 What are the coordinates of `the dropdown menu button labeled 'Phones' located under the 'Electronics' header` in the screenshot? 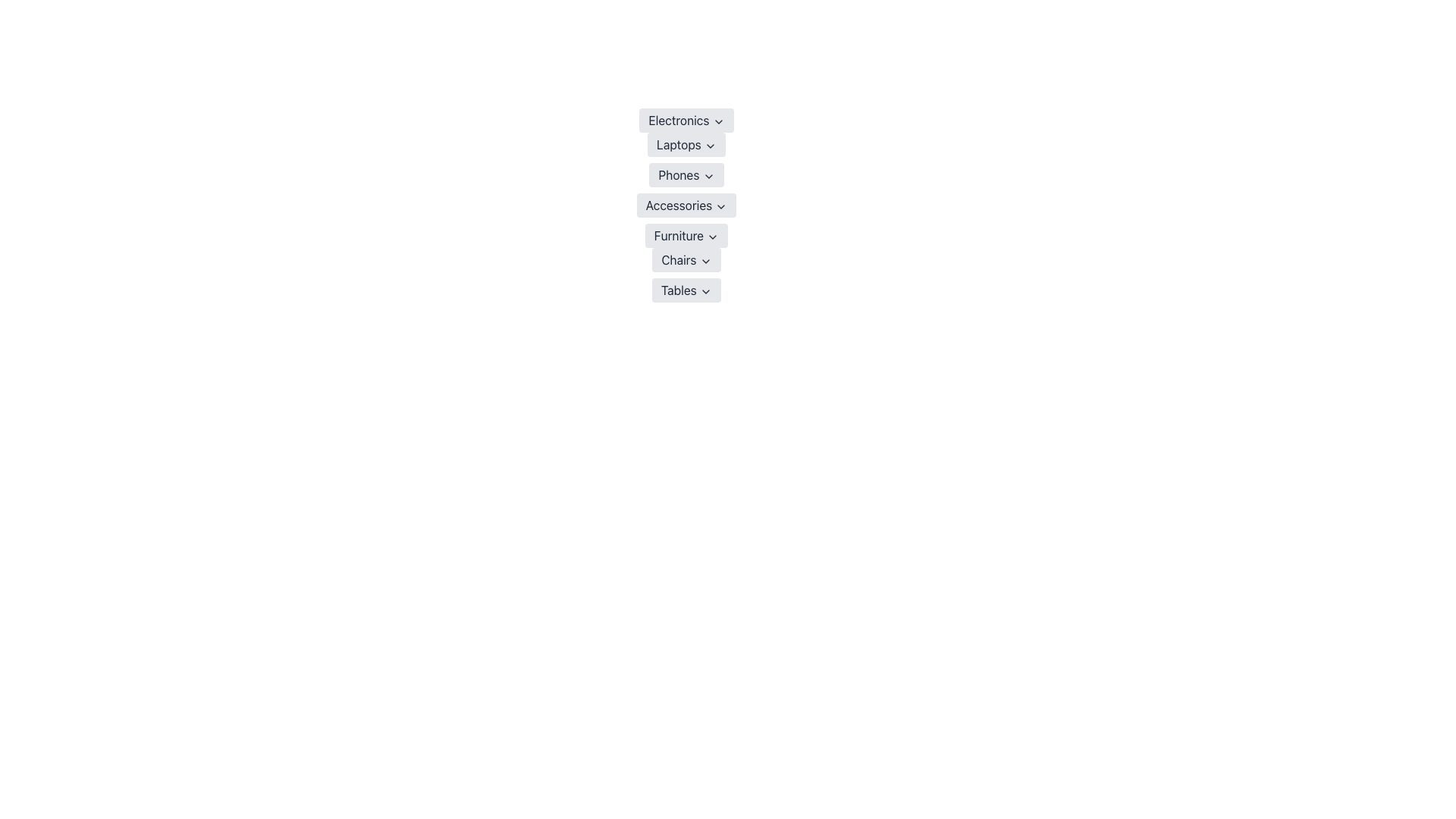 It's located at (686, 174).